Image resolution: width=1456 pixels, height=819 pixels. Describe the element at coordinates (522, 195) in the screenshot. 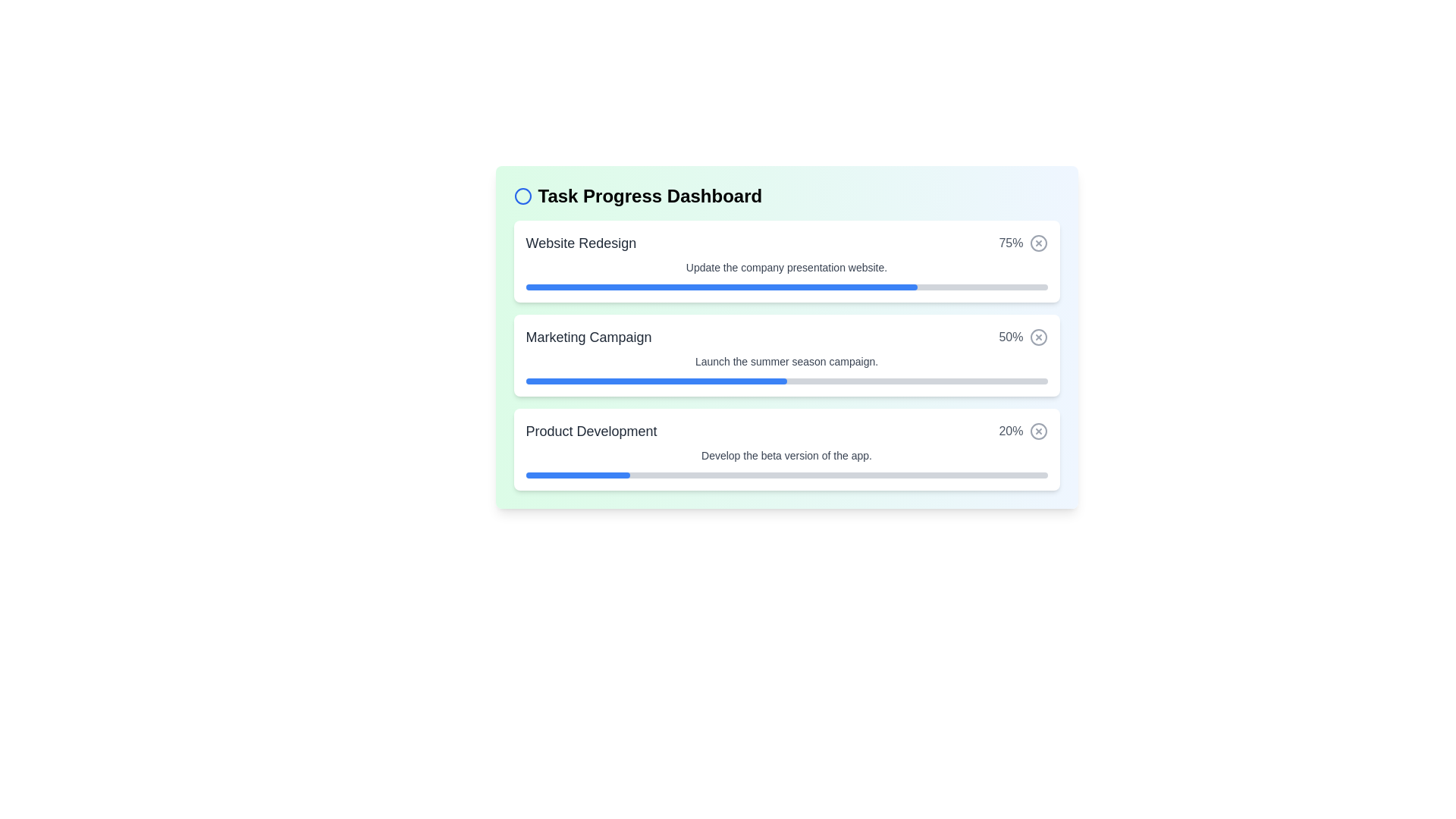

I see `the blue circular decorative icon located to the immediate left of the 'Task Progress Dashboard' text header` at that location.